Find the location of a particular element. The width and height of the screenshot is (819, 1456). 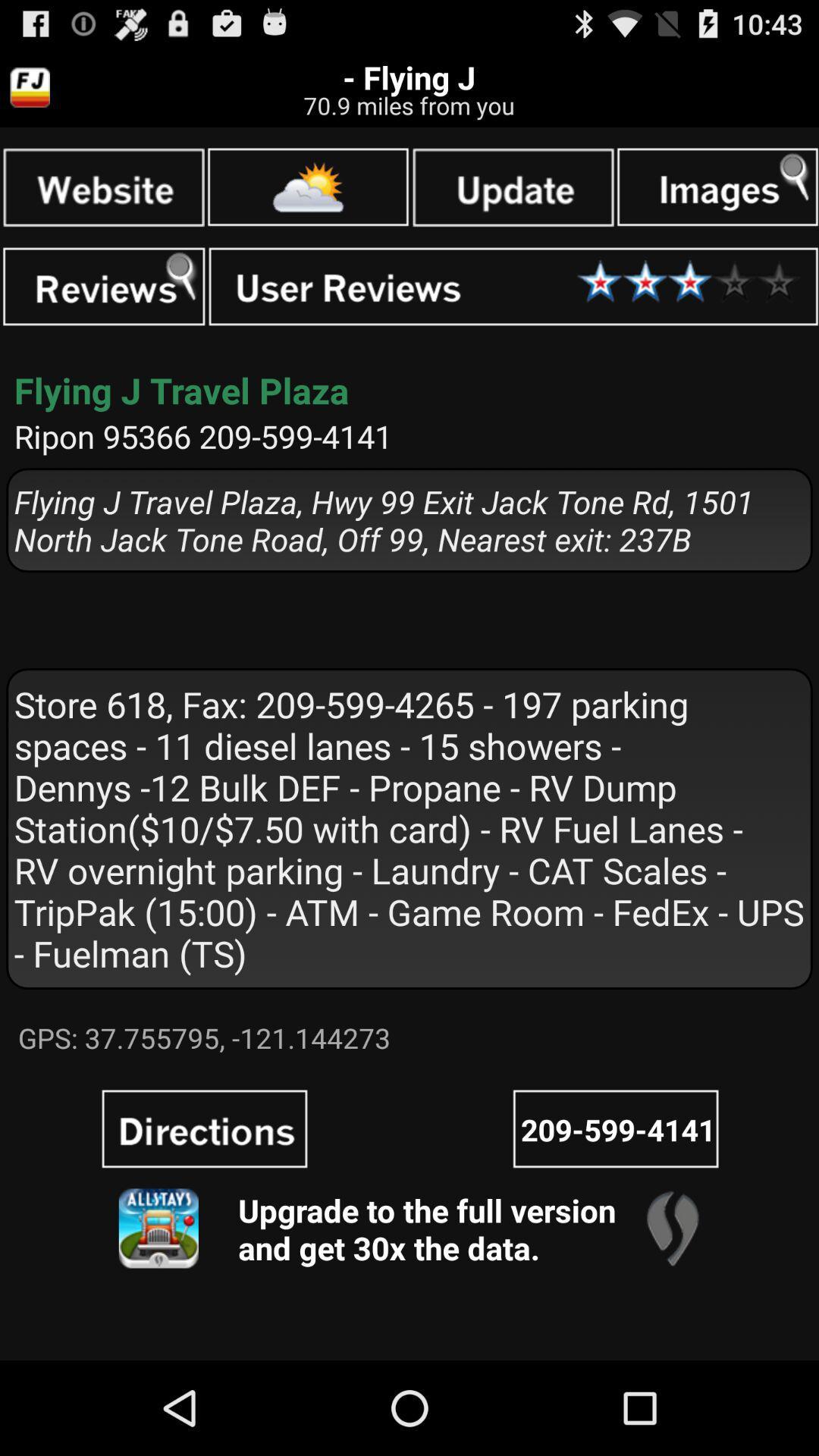

website is located at coordinates (102, 186).